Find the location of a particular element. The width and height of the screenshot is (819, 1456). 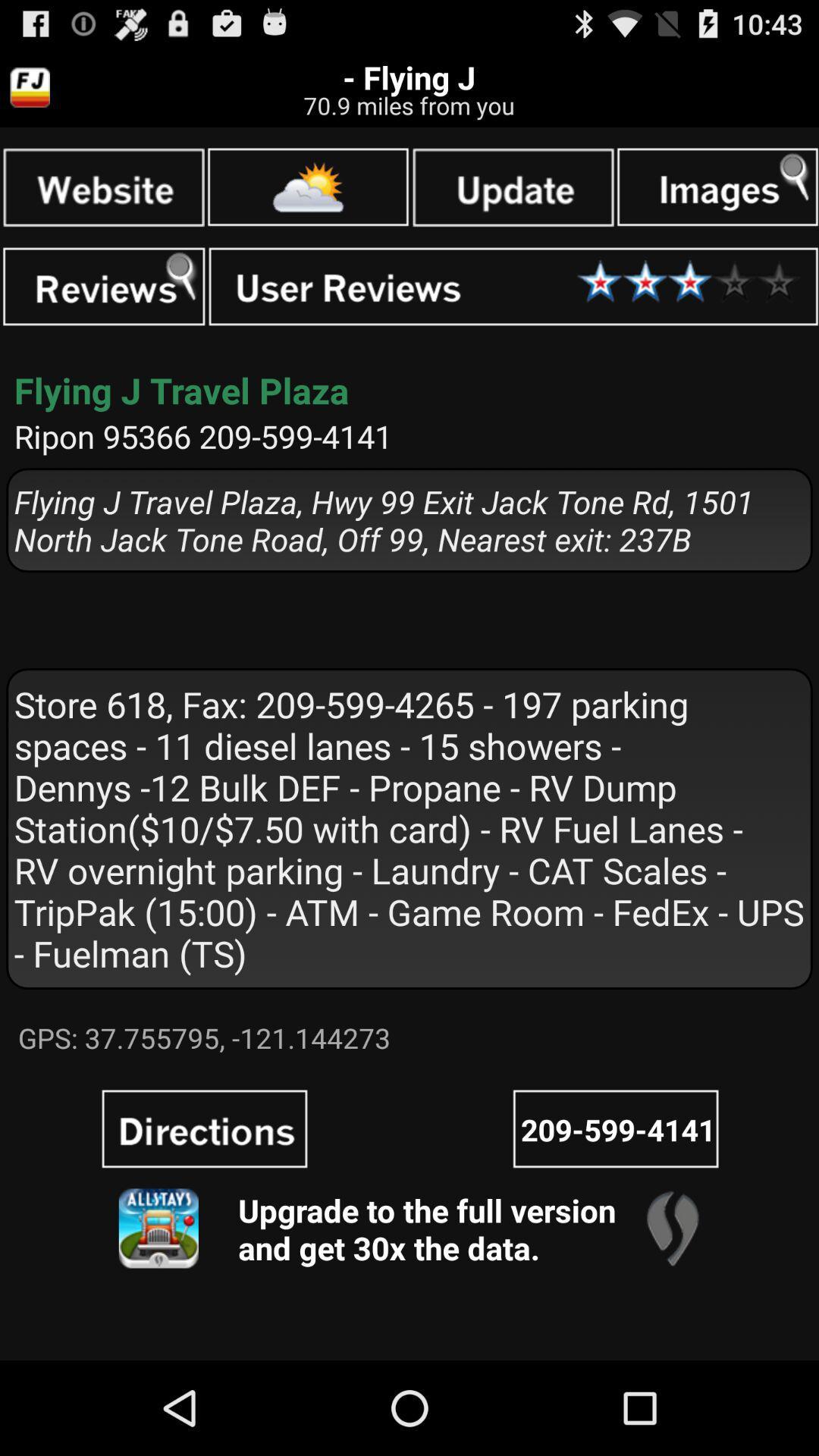

website is located at coordinates (102, 186).